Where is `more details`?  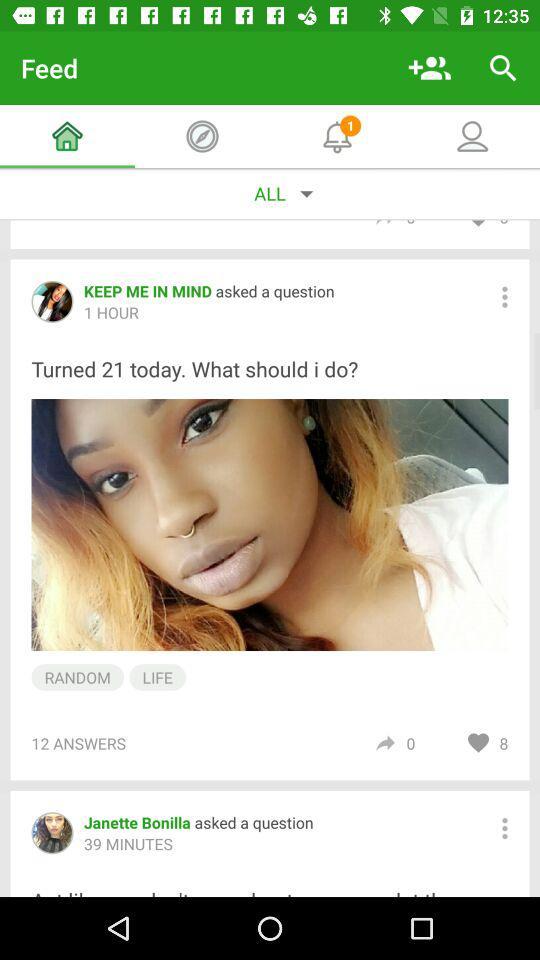 more details is located at coordinates (503, 296).